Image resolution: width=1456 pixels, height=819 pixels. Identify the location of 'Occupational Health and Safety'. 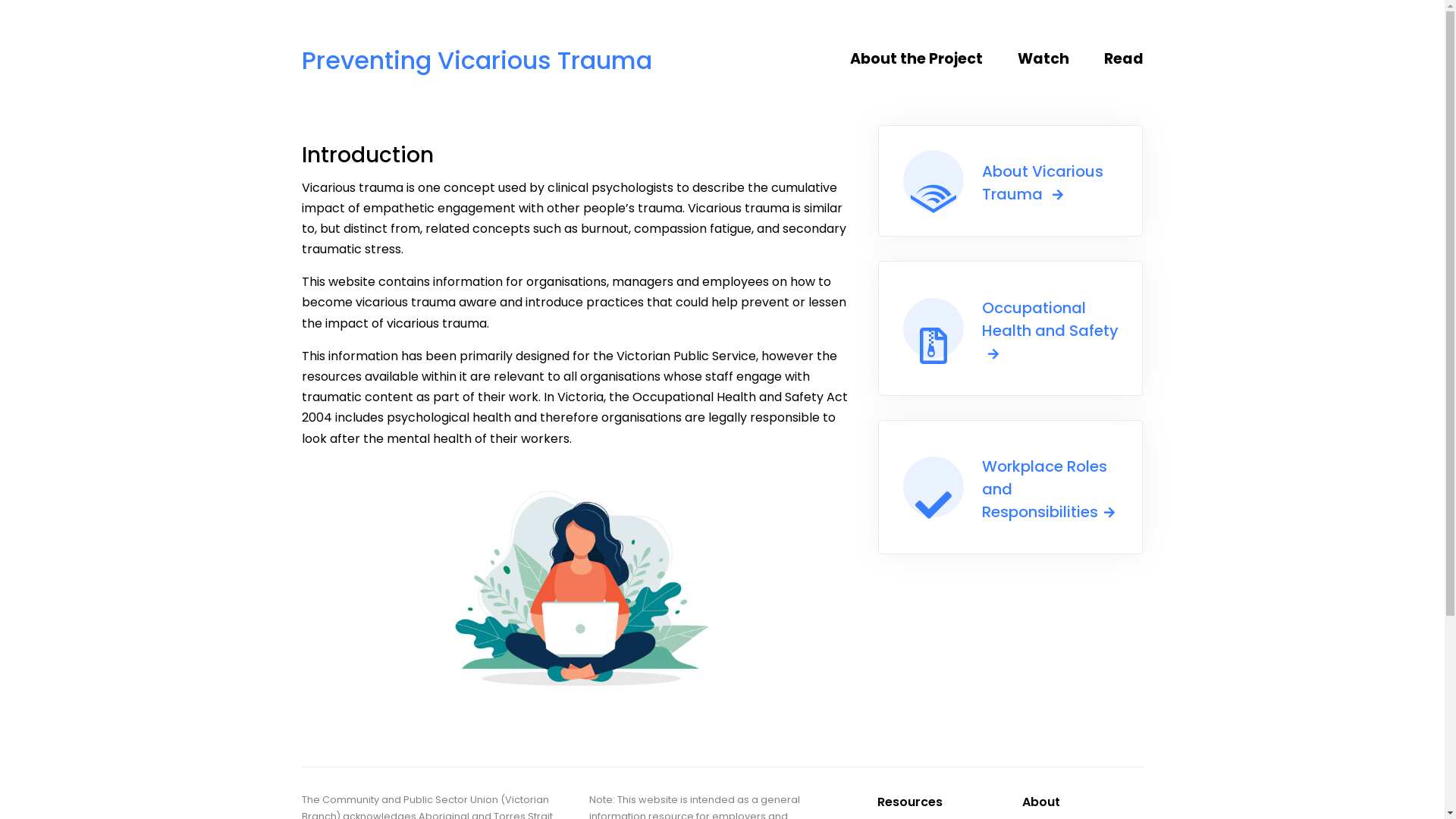
(1011, 327).